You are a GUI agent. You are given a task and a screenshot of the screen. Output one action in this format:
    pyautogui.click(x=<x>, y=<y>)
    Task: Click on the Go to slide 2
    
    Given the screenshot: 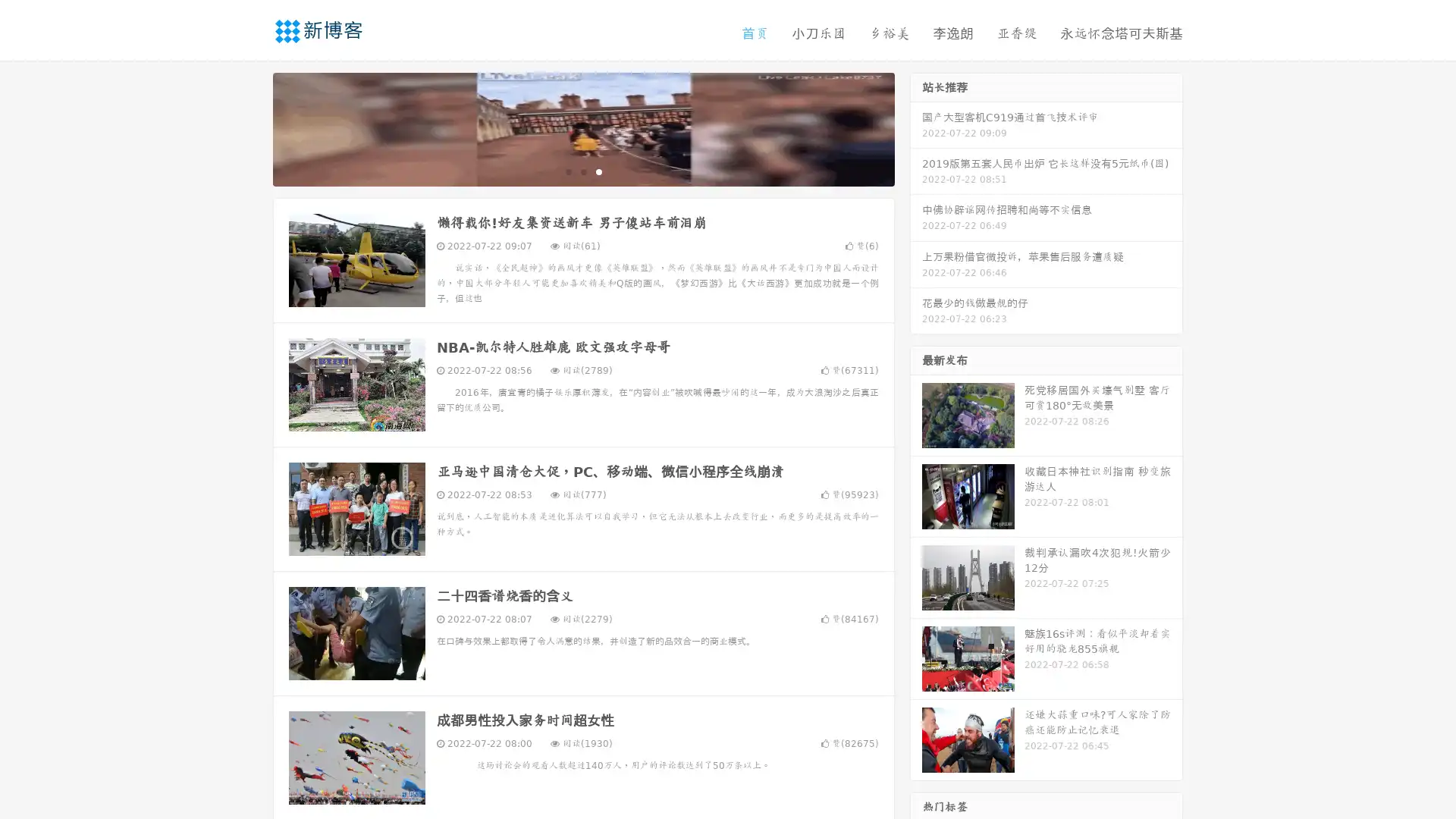 What is the action you would take?
    pyautogui.click(x=582, y=171)
    